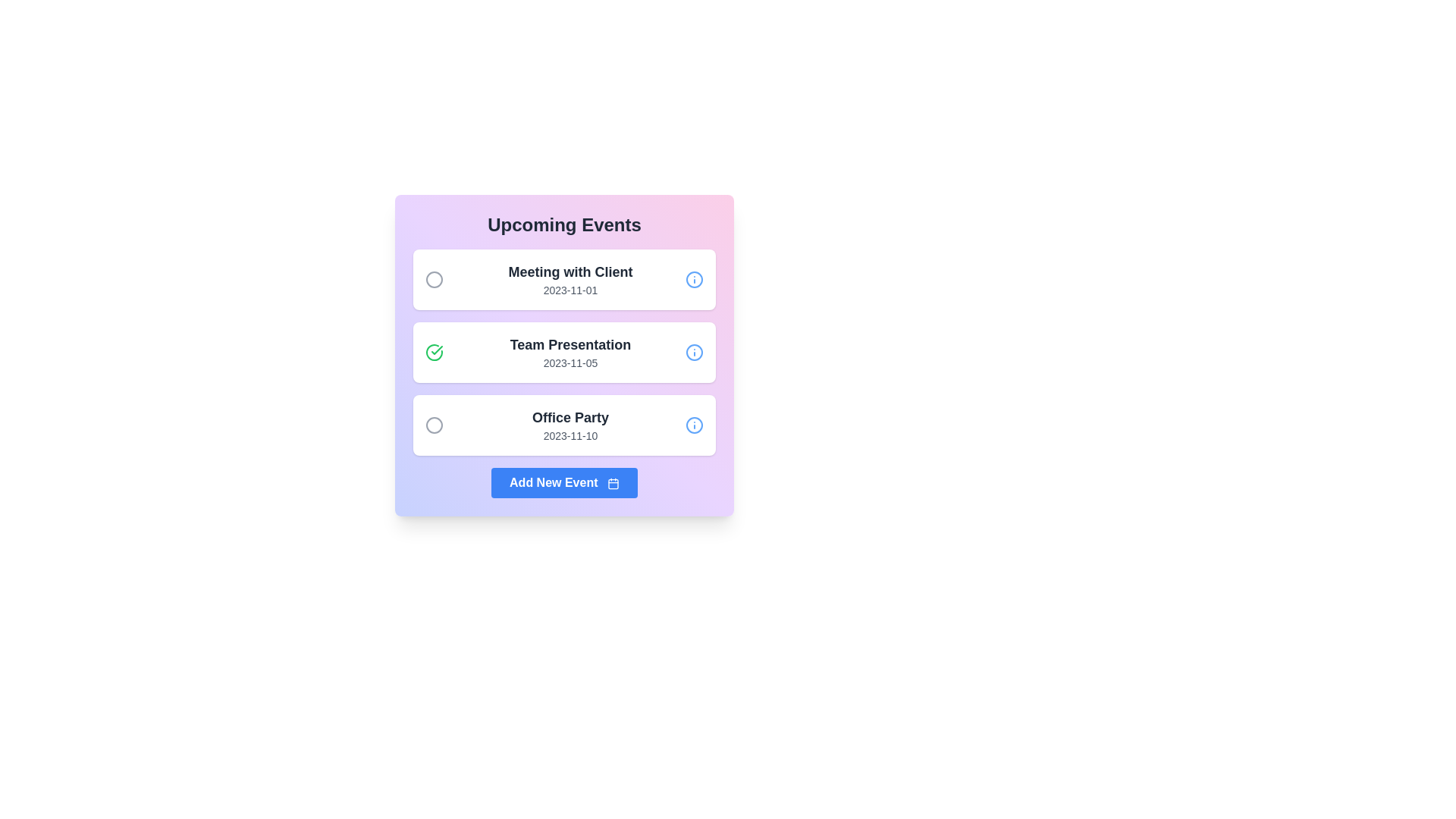 Image resolution: width=1456 pixels, height=819 pixels. What do you see at coordinates (433, 425) in the screenshot?
I see `the circular icon for the 'Office Party' entry, which is the leftmost graphic in the third card from the top` at bounding box center [433, 425].